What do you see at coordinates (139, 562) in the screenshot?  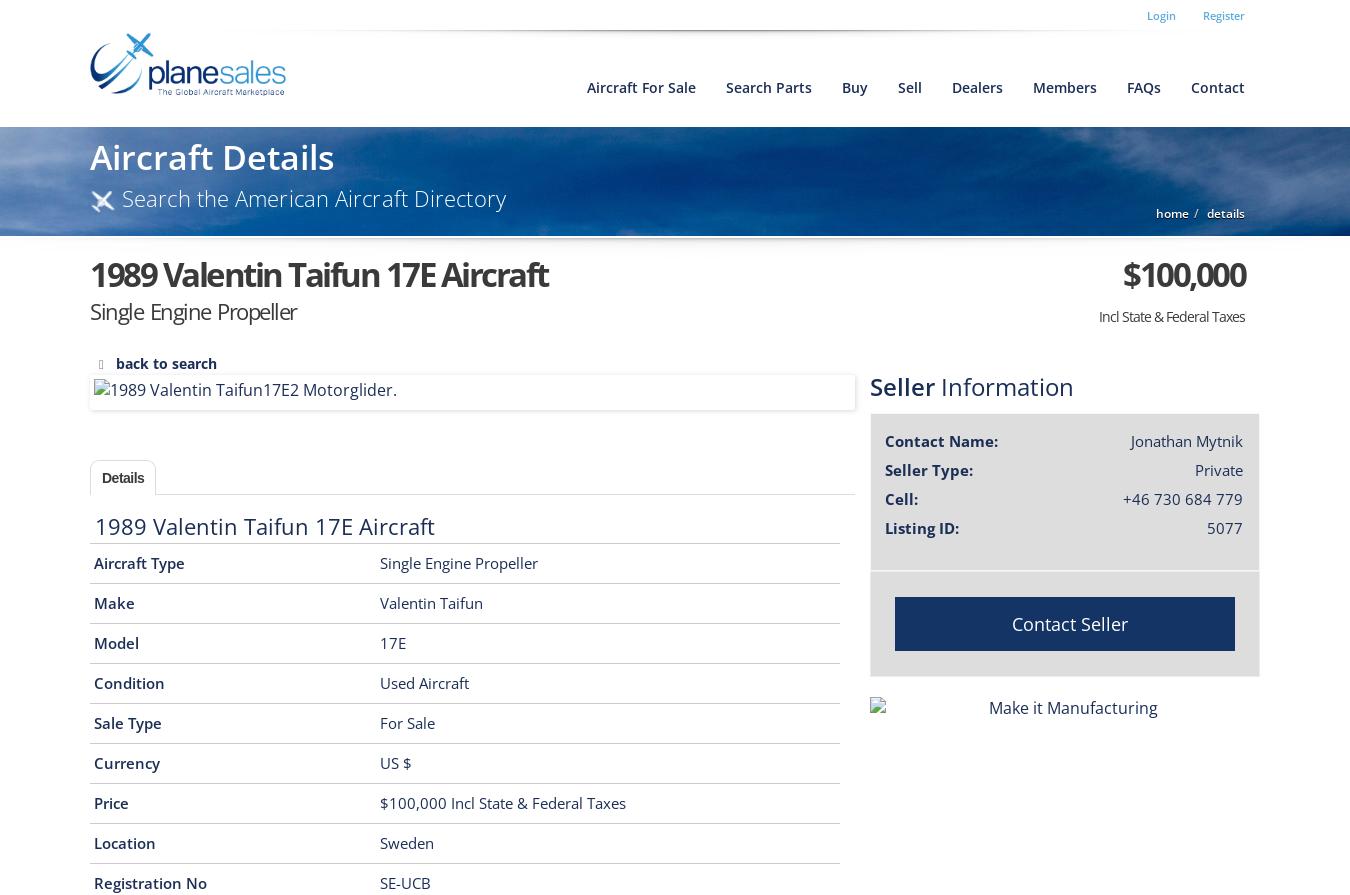 I see `'Aircraft Type'` at bounding box center [139, 562].